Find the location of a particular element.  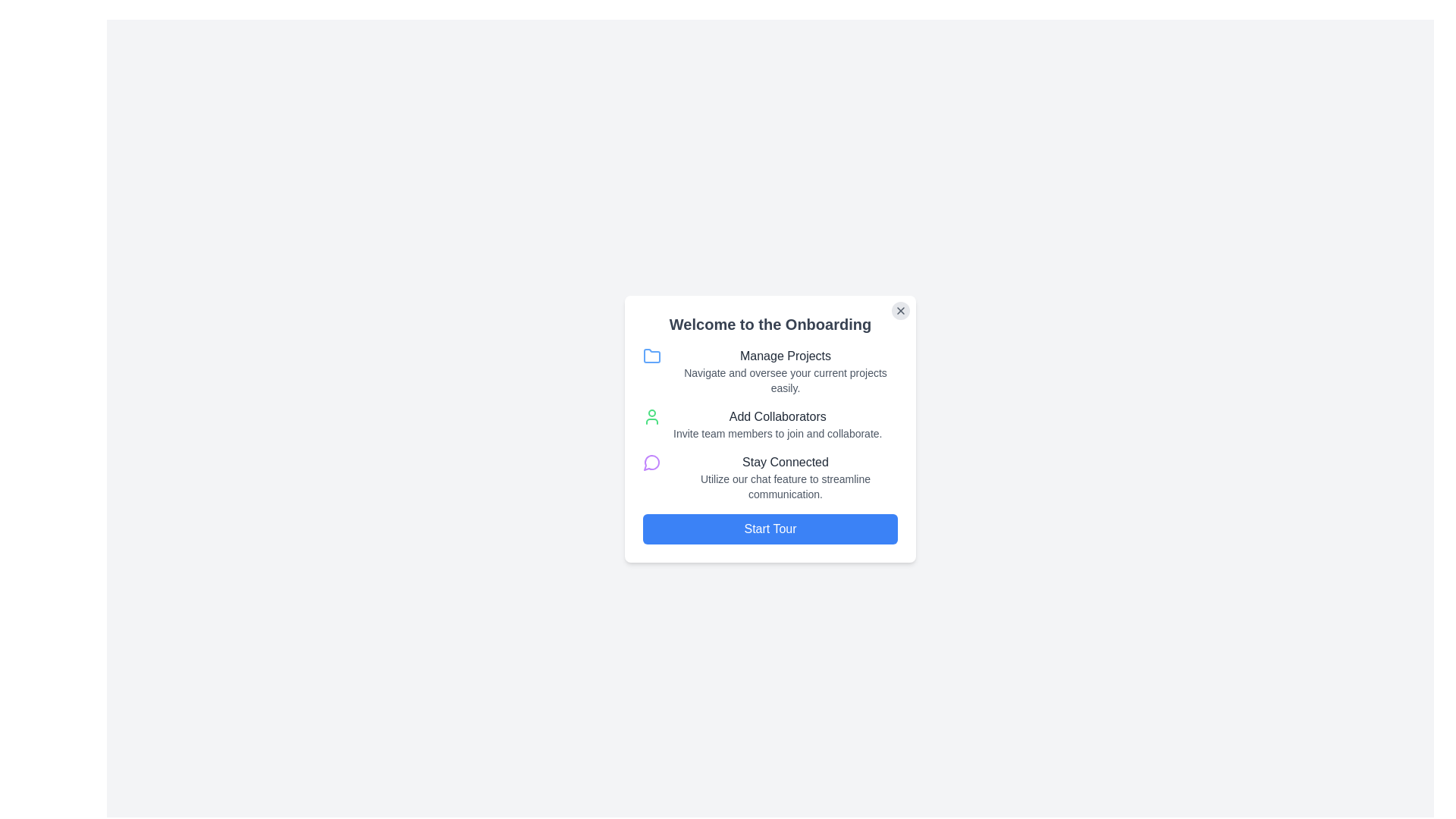

the decorative icon resembling a conversation bubble with a violet outline, located to the left of the text 'Stay Connected' in the modal dialogue box is located at coordinates (651, 461).